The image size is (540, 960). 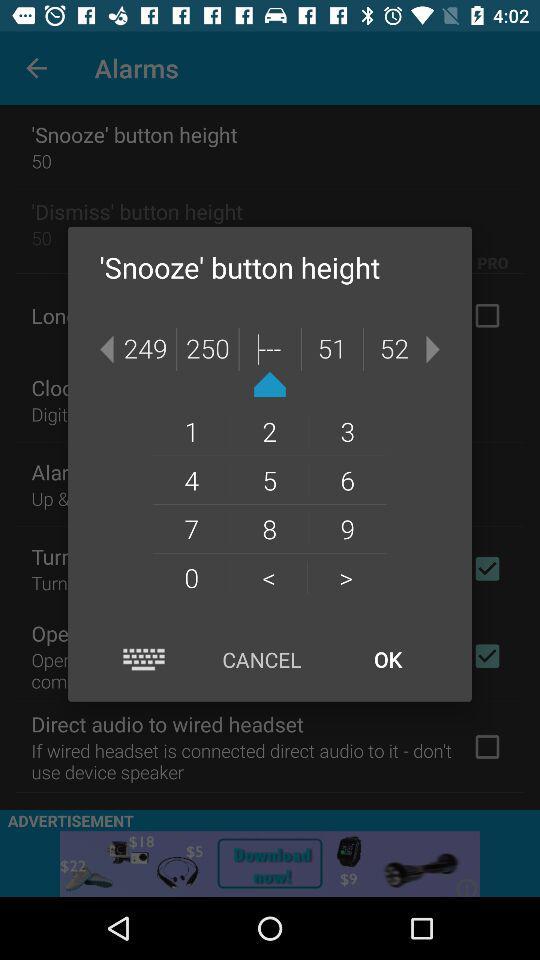 I want to click on item to the right of the 8, so click(x=345, y=577).